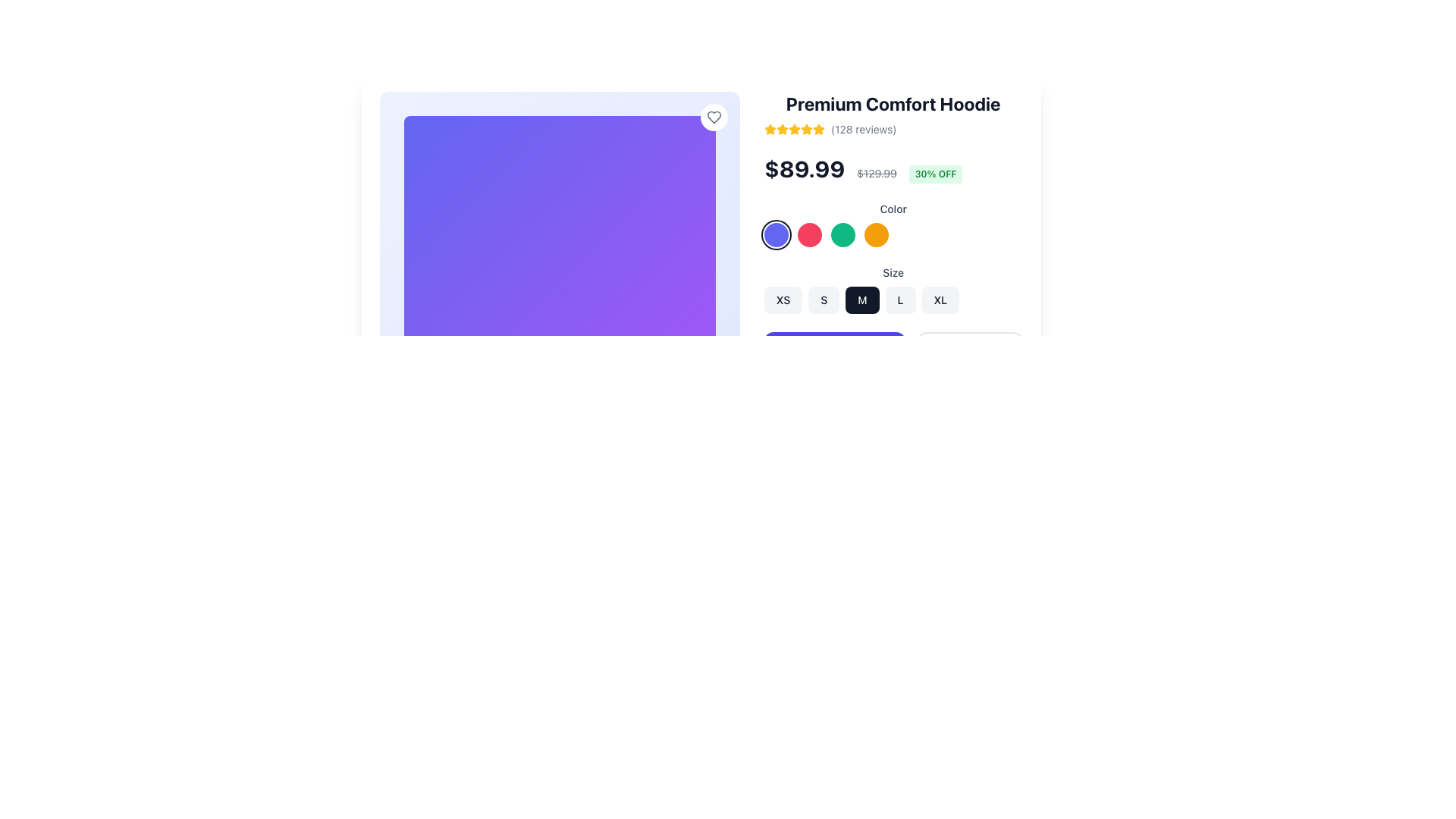 This screenshot has width=1456, height=819. I want to click on the fifth star icon in the product rating system adjacent to the title 'Premium Comfort Hoodie' to interact with the rating, so click(783, 128).